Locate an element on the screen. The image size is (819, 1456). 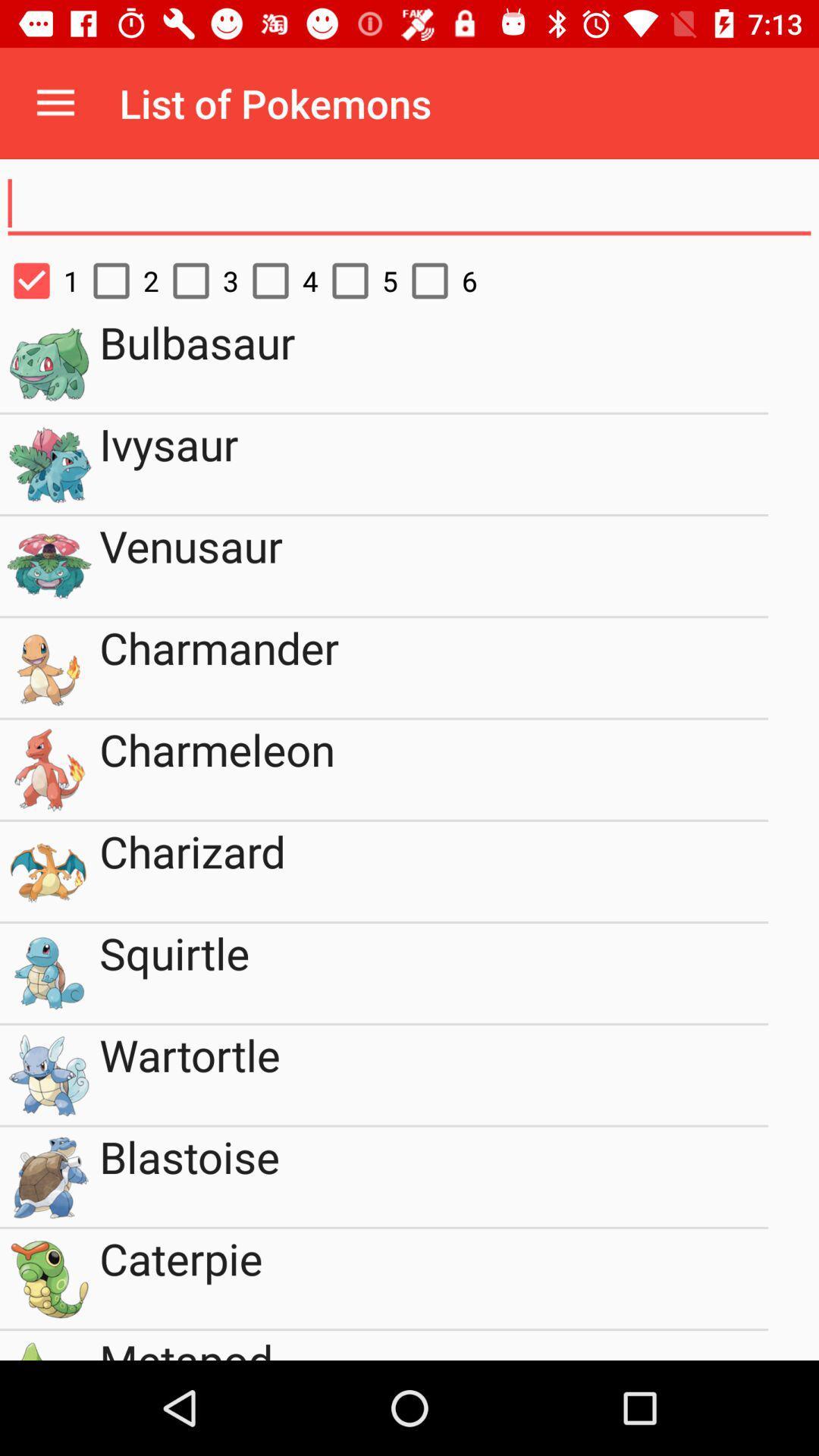
6 is located at coordinates (438, 281).